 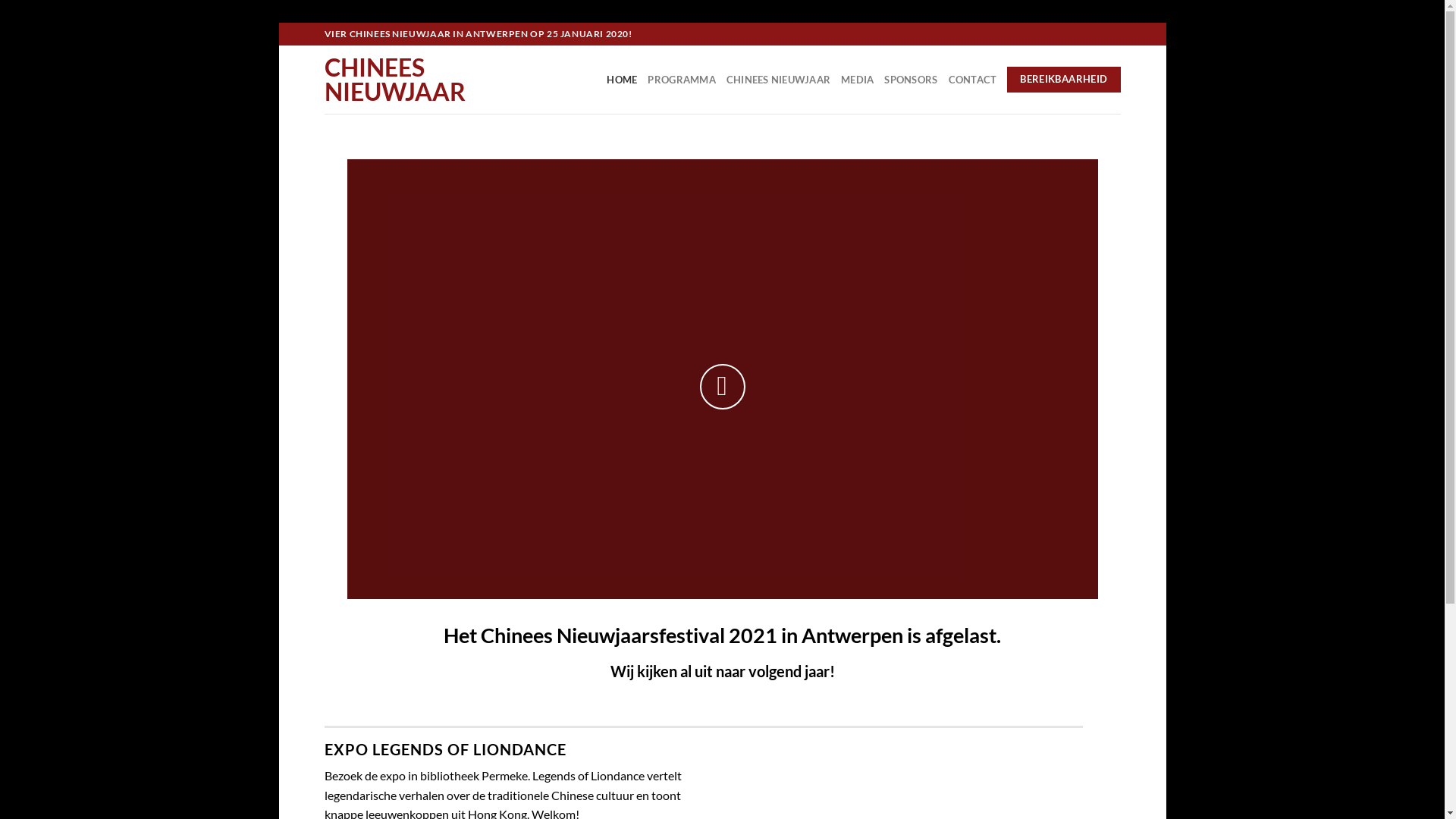 I want to click on 'CONTACT', so click(x=946, y=79).